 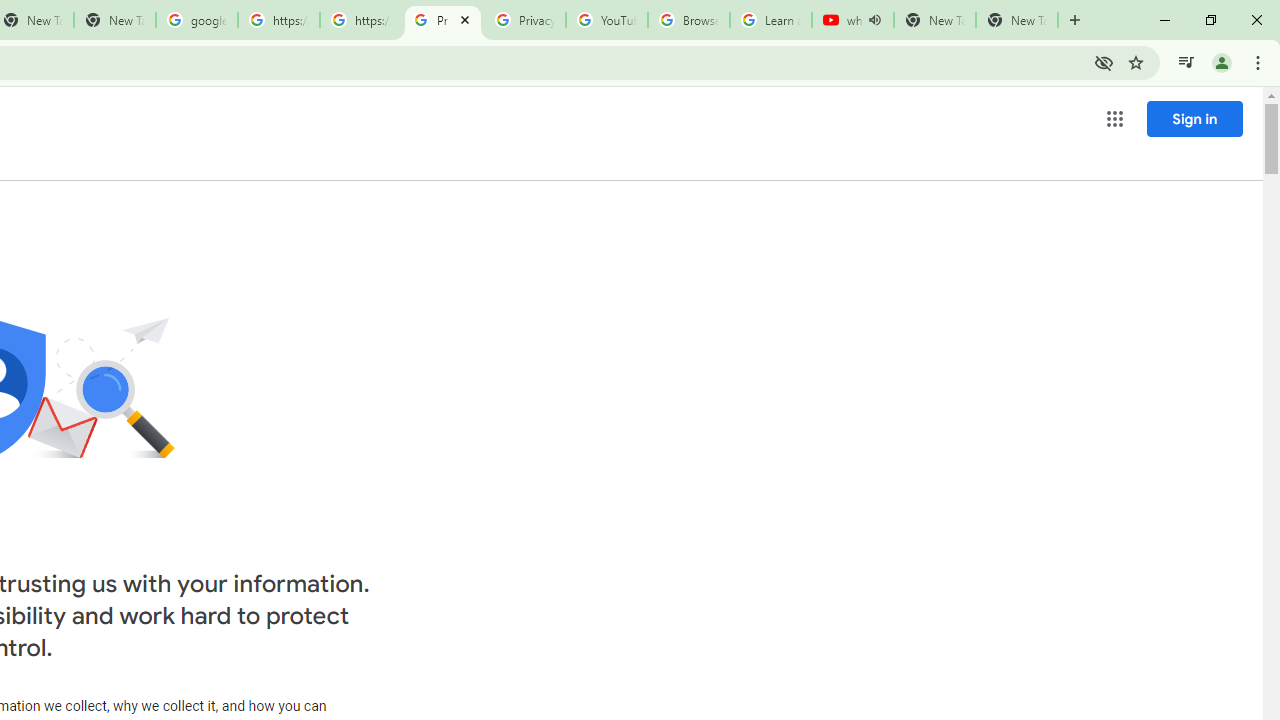 I want to click on 'YouTube', so click(x=605, y=20).